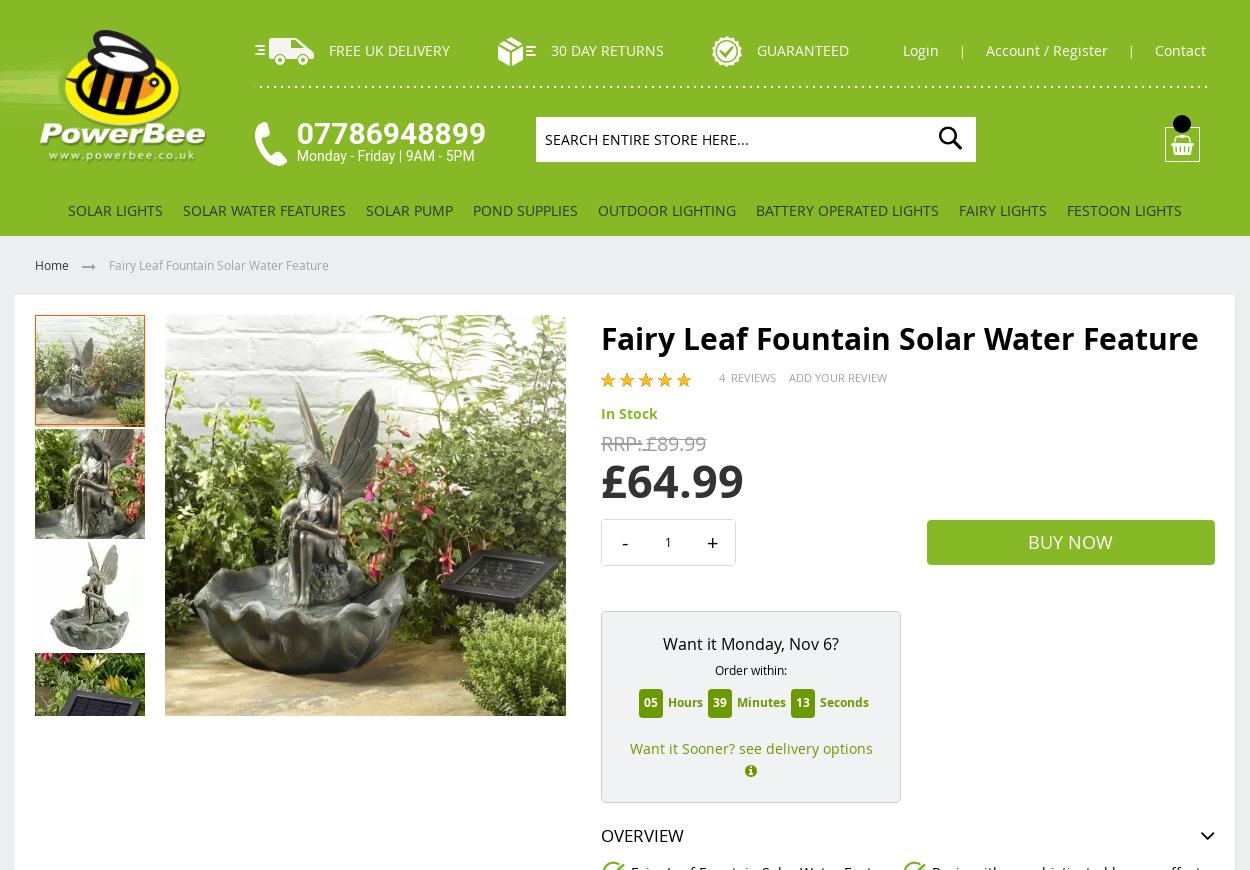 The image size is (1250, 870). Describe the element at coordinates (903, 49) in the screenshot. I see `'Login'` at that location.